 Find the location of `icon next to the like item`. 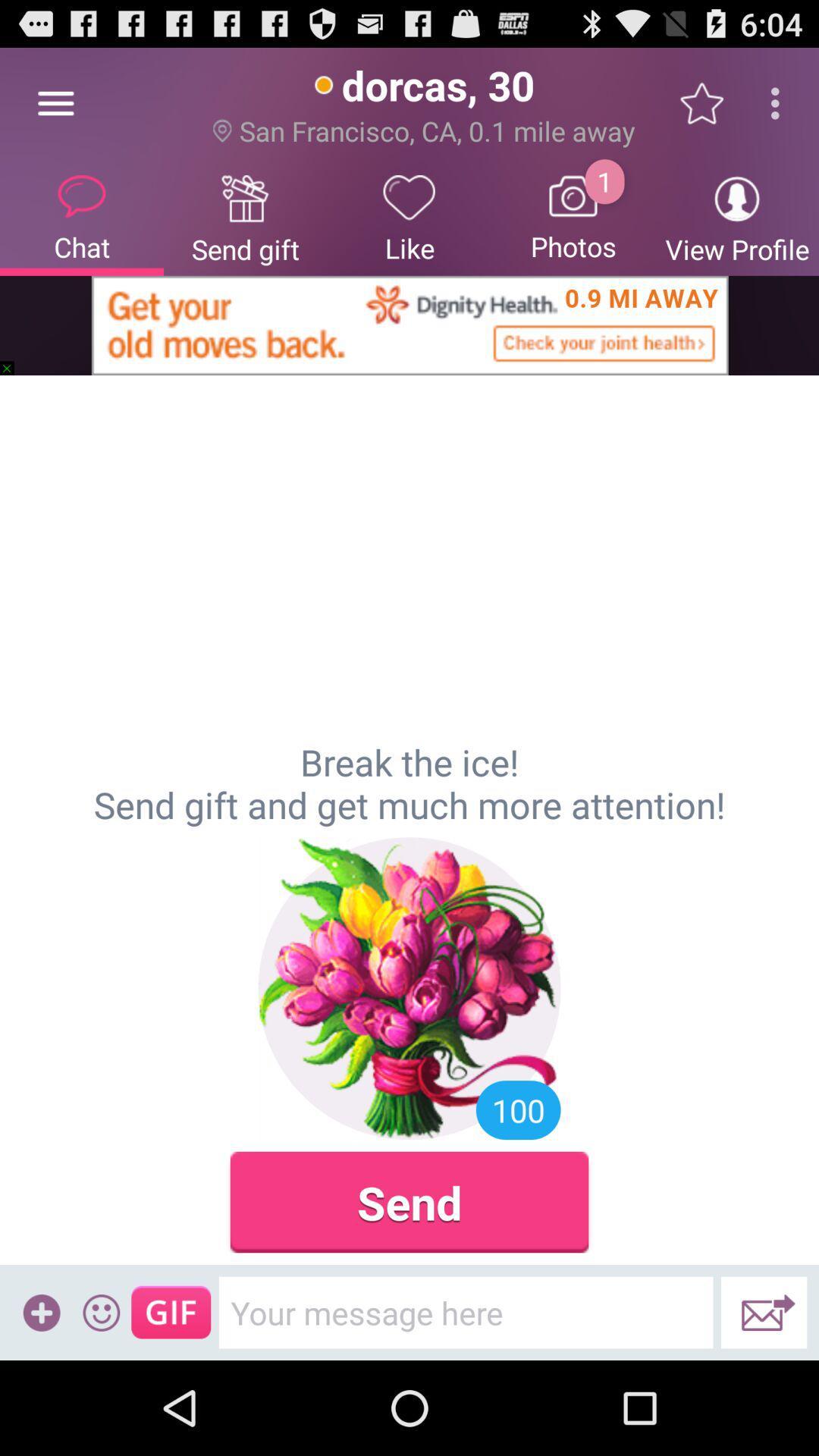

icon next to the like item is located at coordinates (573, 216).